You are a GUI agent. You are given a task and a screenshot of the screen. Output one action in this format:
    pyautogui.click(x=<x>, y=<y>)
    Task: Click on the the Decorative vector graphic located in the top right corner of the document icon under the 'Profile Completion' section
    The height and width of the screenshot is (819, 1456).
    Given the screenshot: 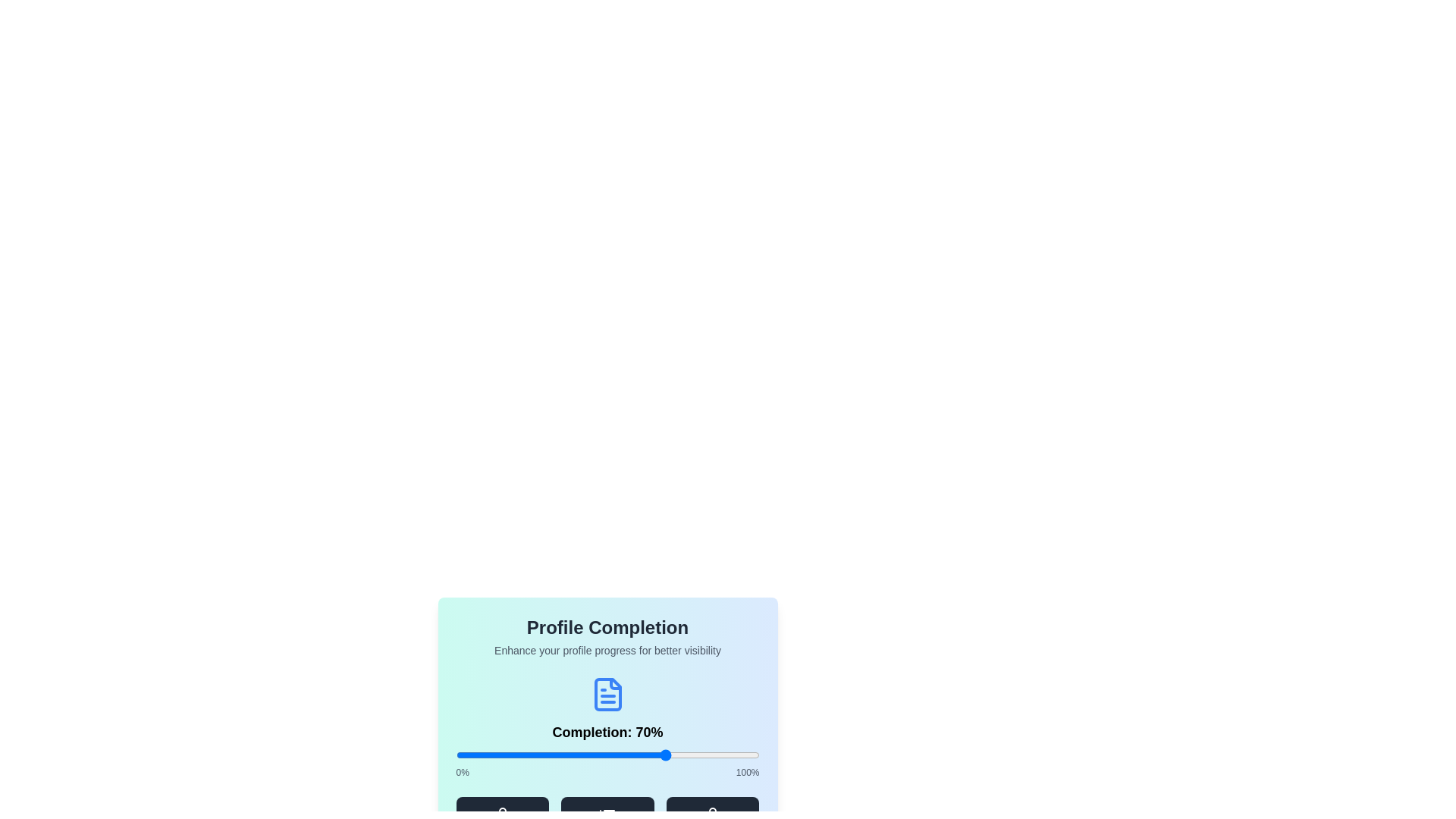 What is the action you would take?
    pyautogui.click(x=615, y=684)
    